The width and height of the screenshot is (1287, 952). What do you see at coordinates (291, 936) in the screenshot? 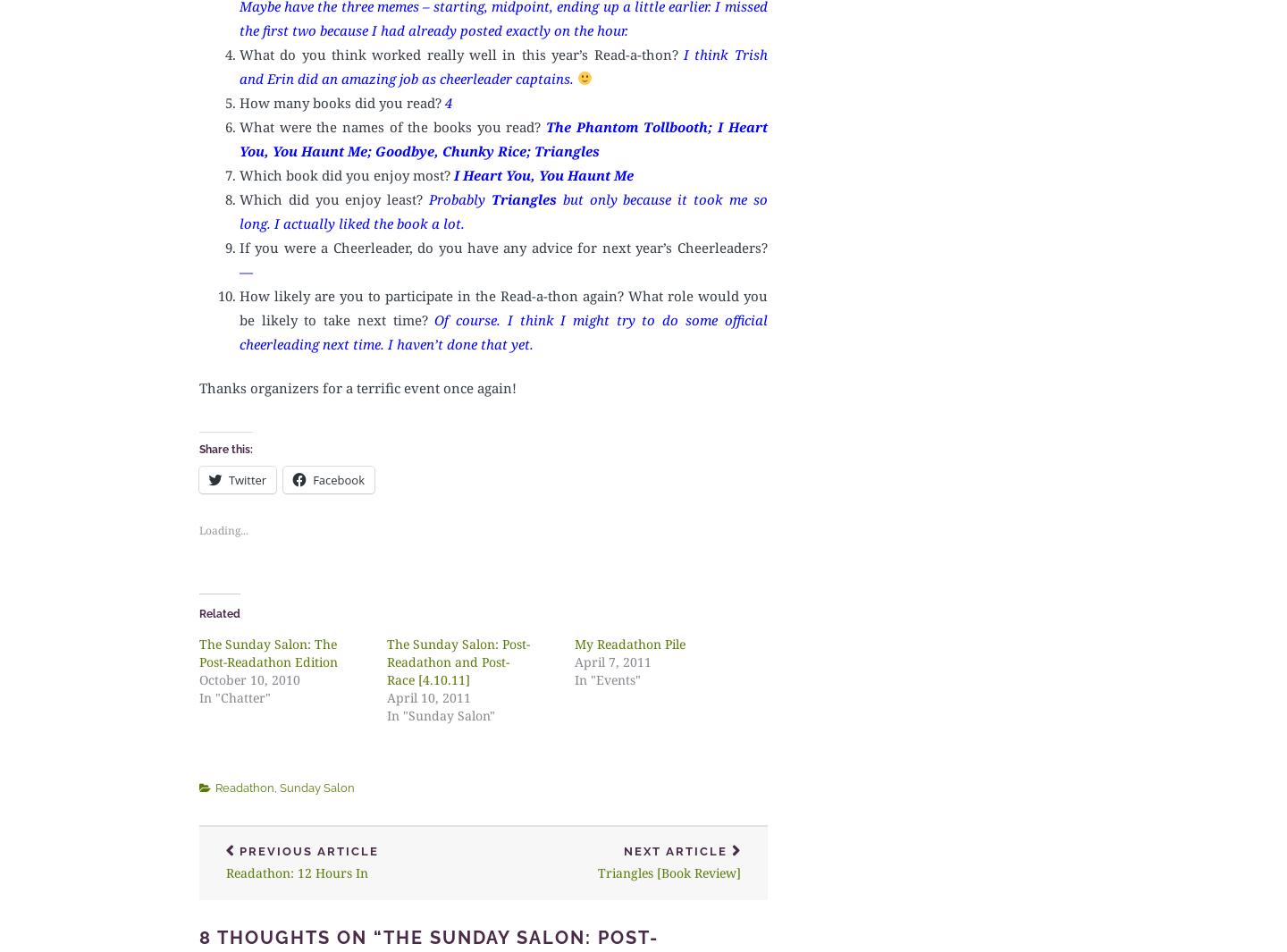
I see `'8 thoughts on “'` at bounding box center [291, 936].